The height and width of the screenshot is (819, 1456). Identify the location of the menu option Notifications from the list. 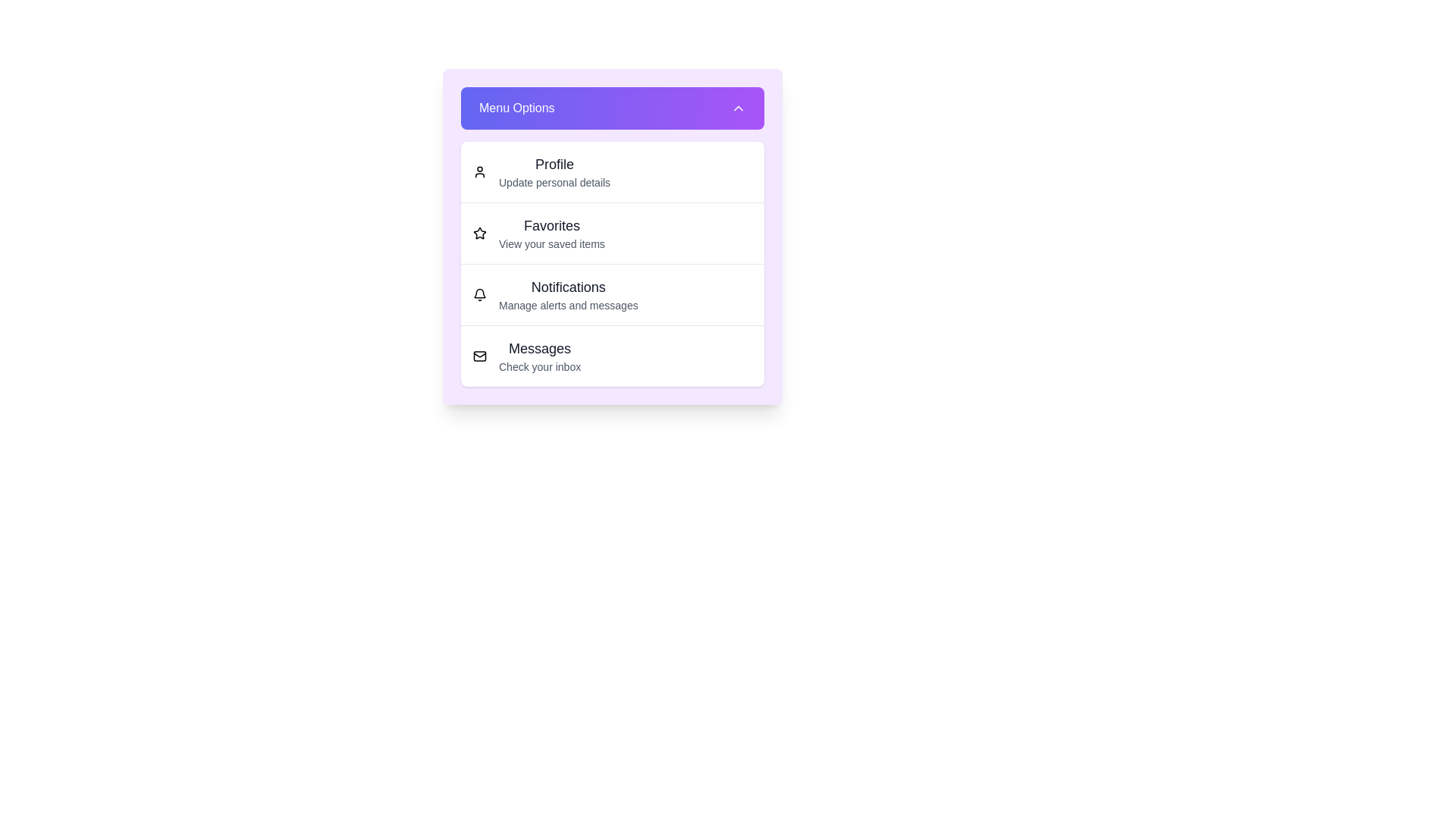
(612, 294).